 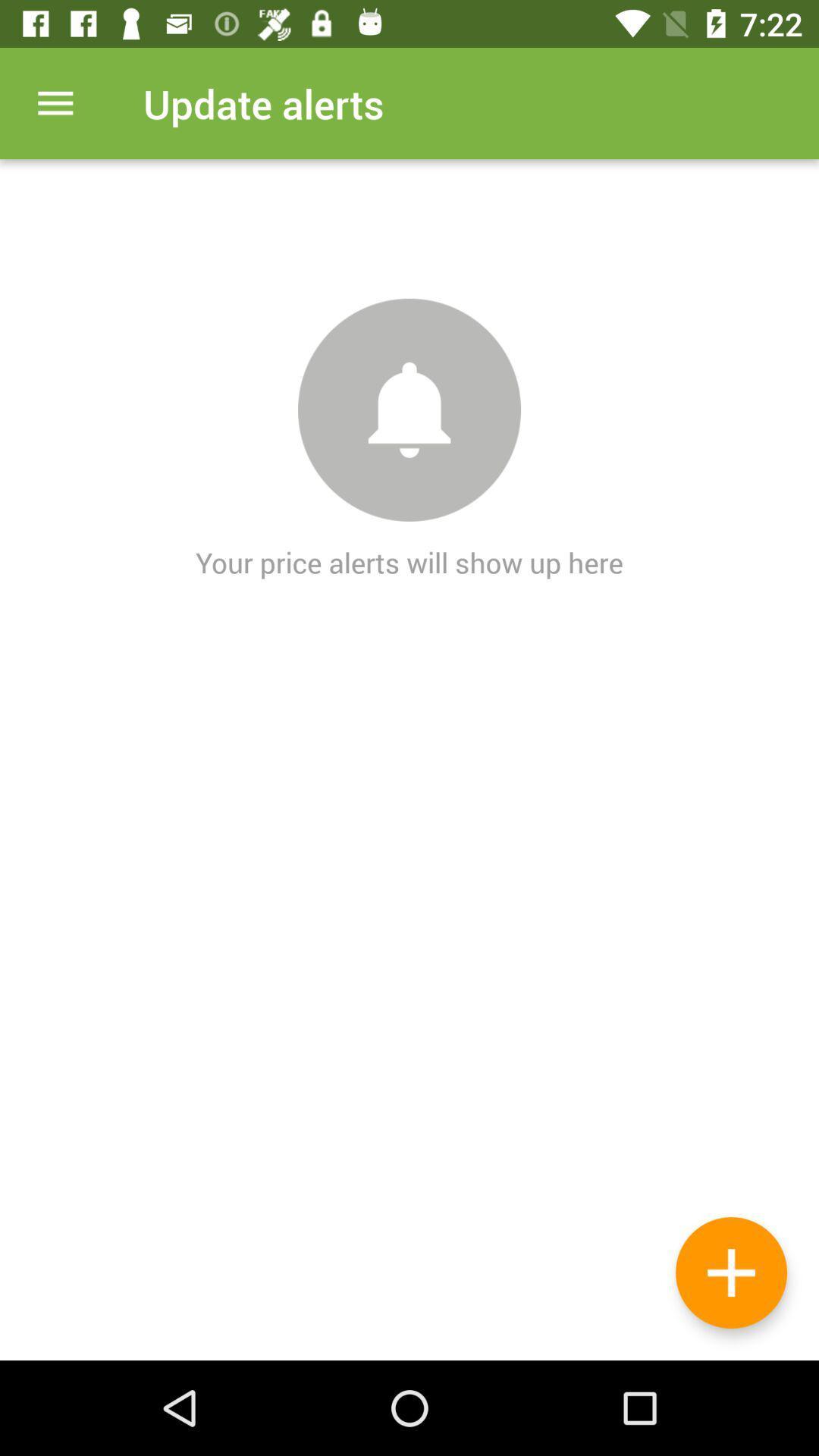 I want to click on item at the top left corner, so click(x=55, y=102).